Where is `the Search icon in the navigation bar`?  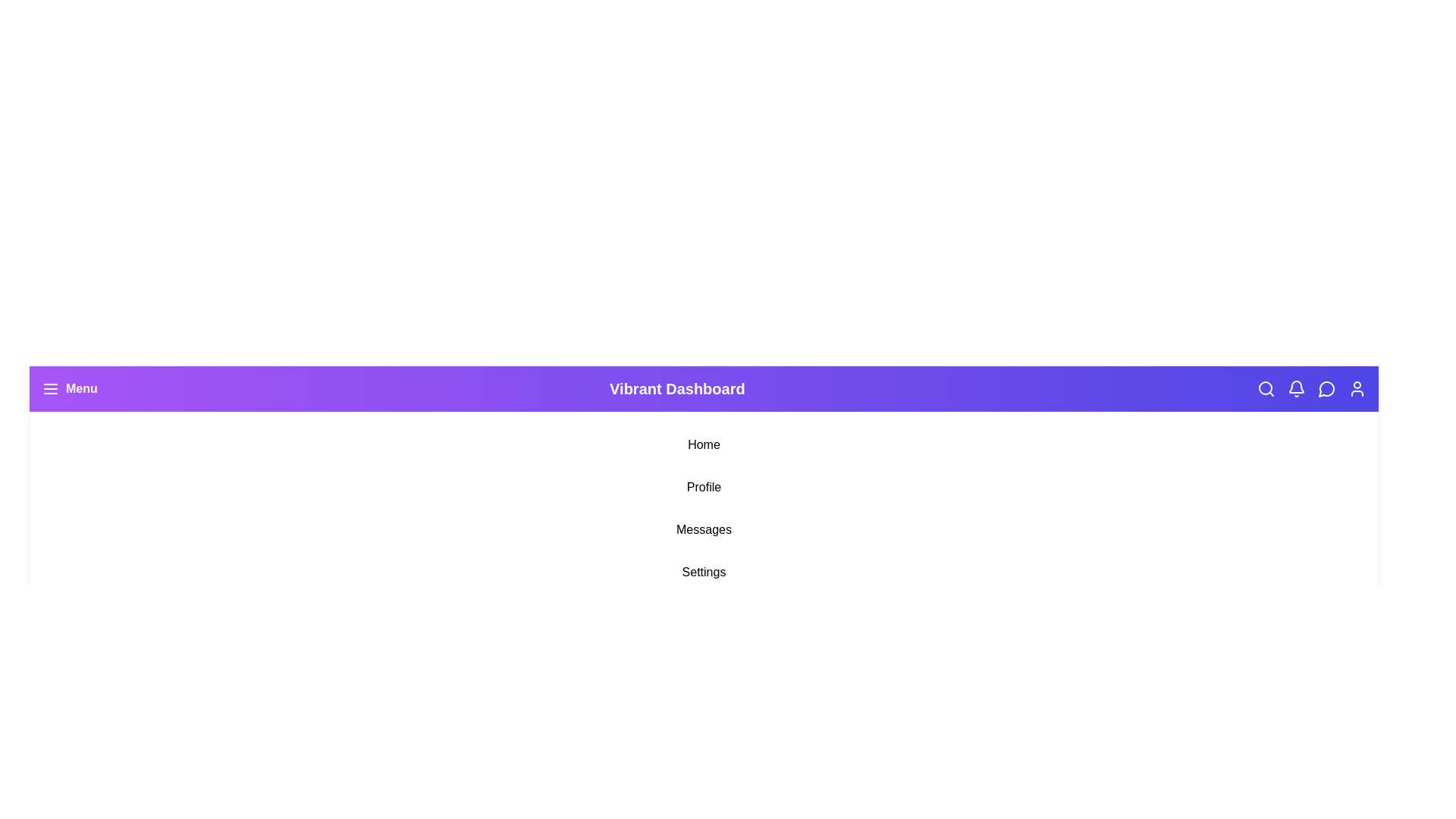 the Search icon in the navigation bar is located at coordinates (1266, 388).